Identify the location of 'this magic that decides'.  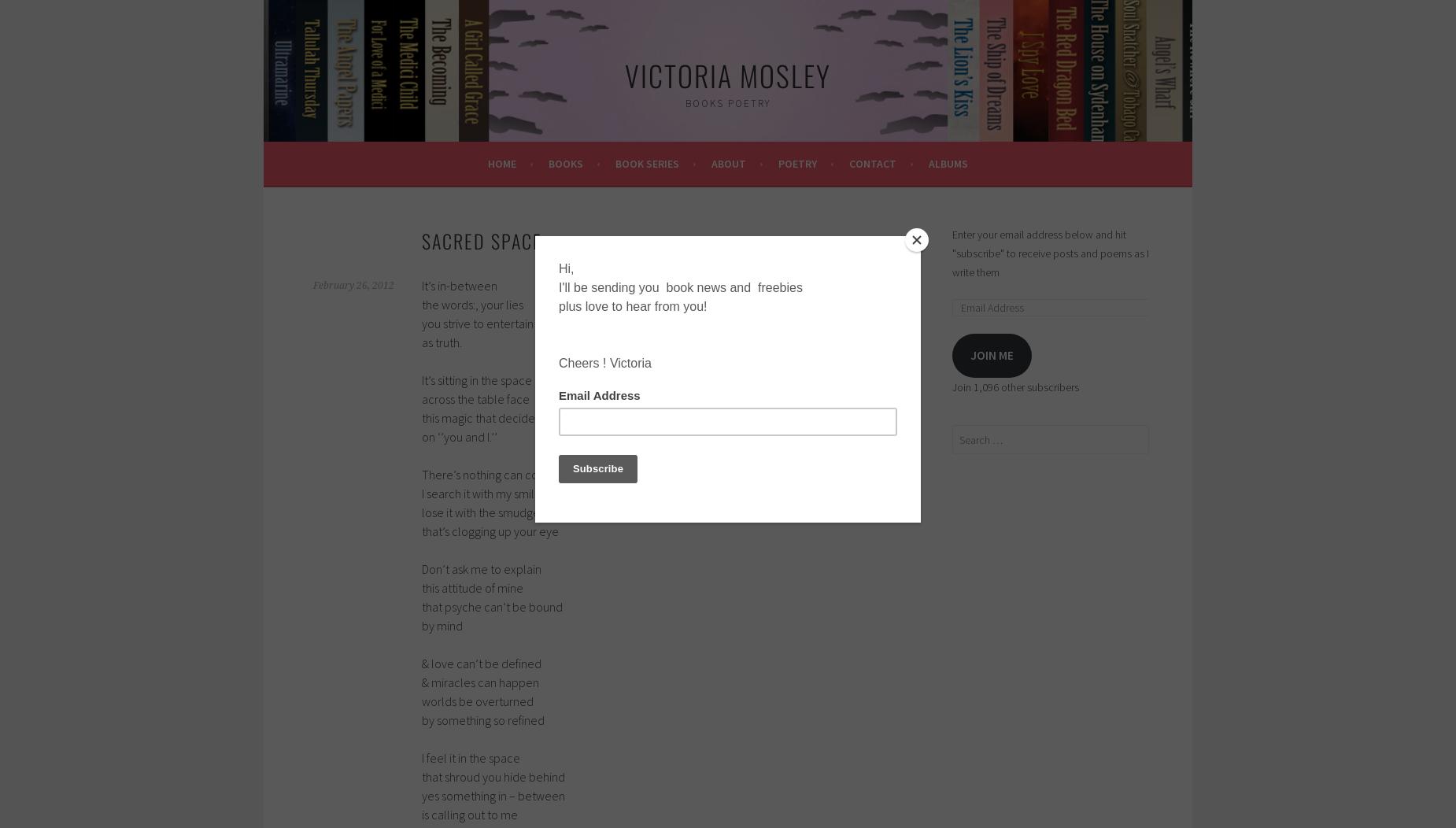
(481, 416).